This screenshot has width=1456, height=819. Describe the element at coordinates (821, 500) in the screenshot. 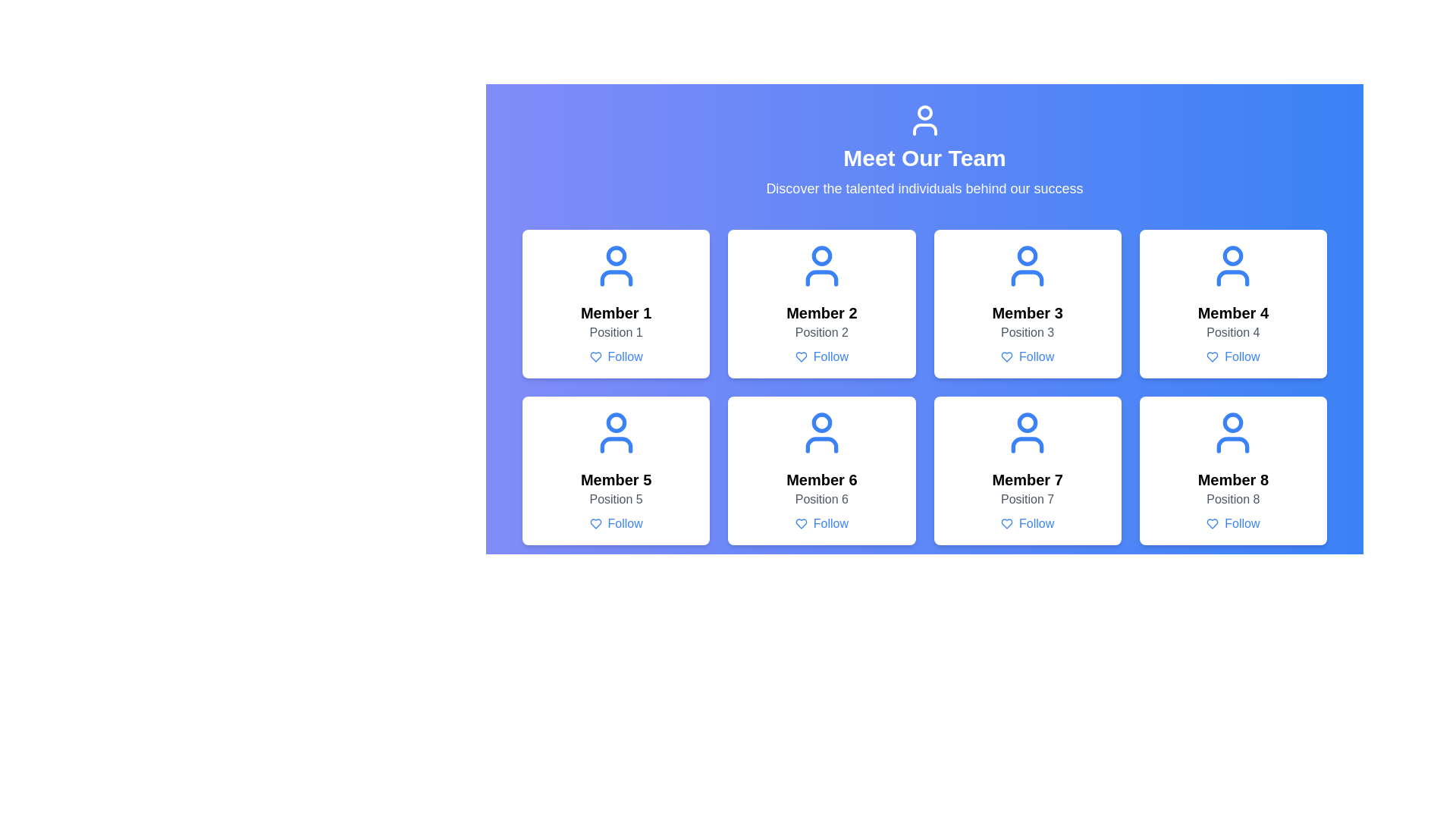

I see `the text label displaying 'Position 6', which is located beneath the title 'Member 6' in the team section of the interface` at that location.